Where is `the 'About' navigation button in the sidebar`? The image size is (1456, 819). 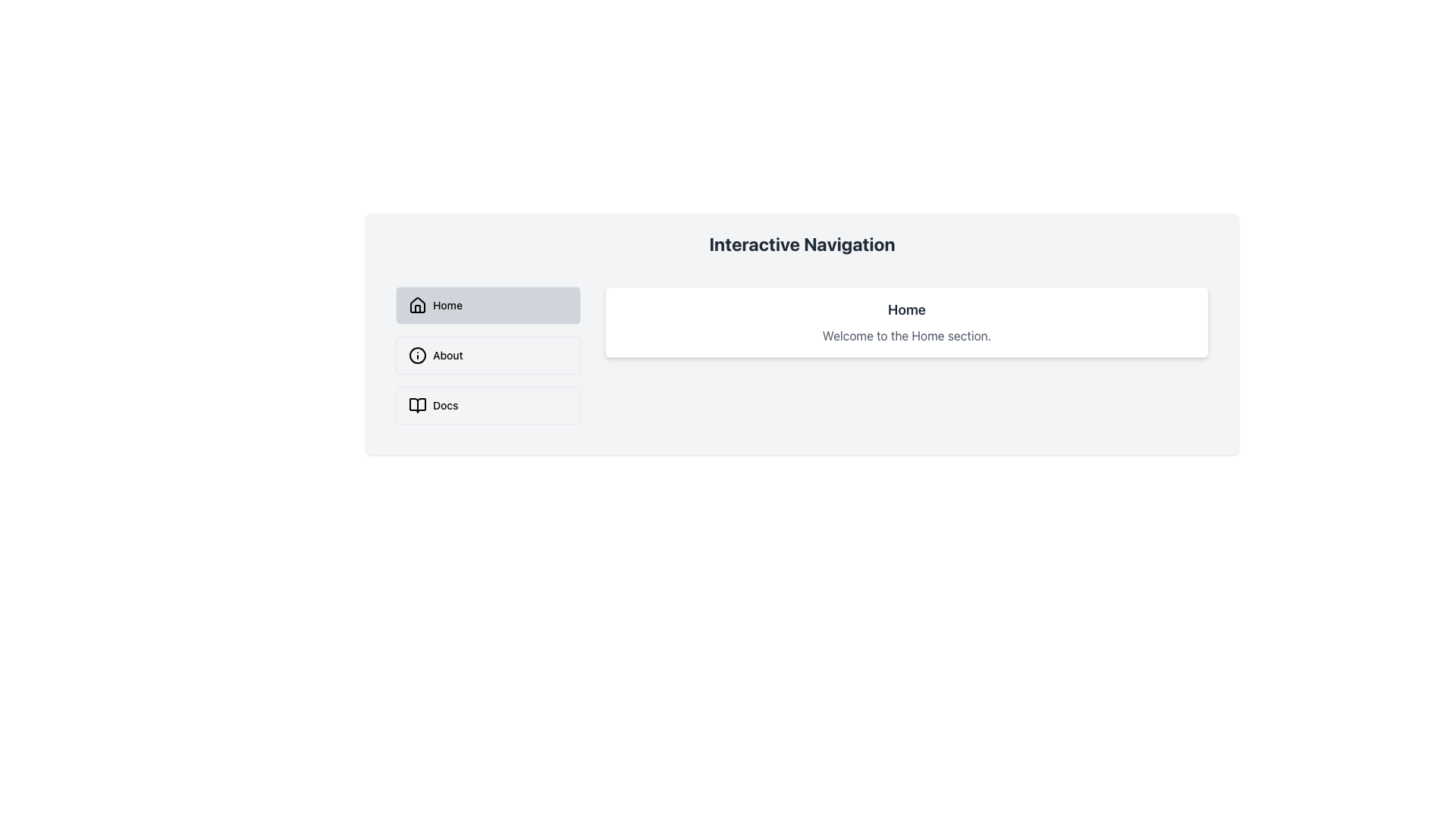
the 'About' navigation button in the sidebar is located at coordinates (488, 356).